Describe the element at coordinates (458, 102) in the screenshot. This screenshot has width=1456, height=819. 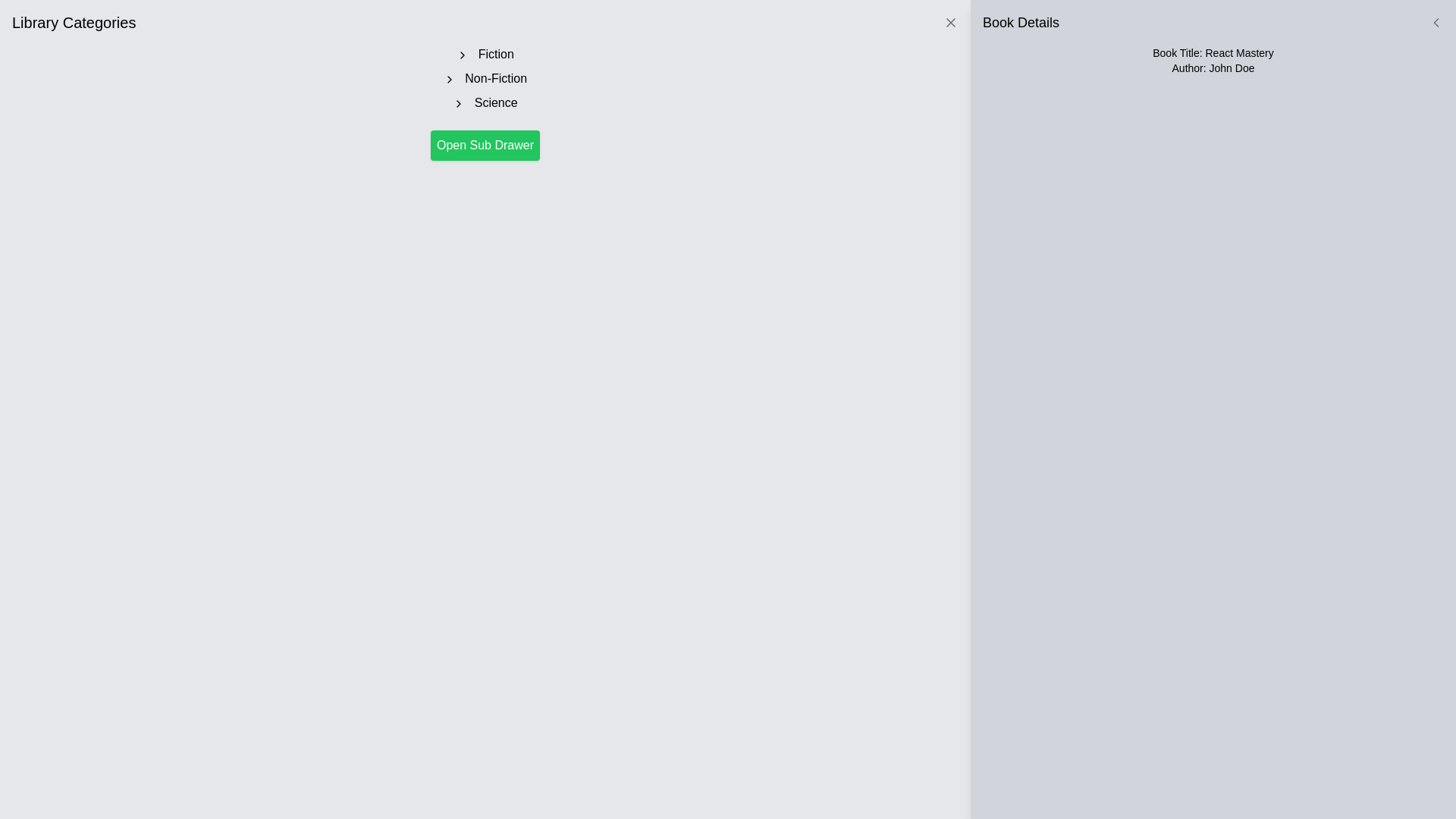
I see `the right-pointing chevron icon located to the left of the text 'Science'` at that location.